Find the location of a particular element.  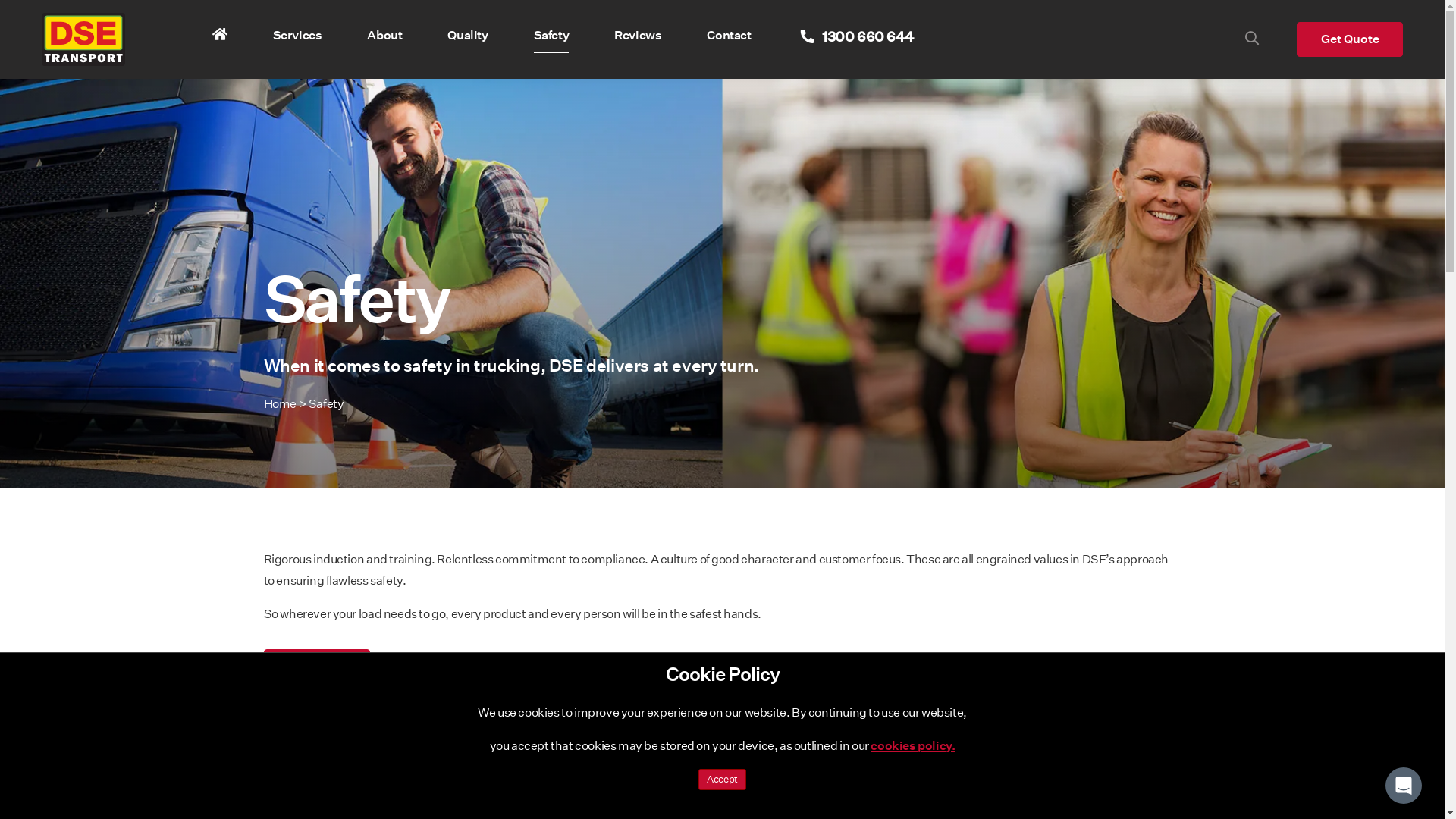

'cookies policy.' is located at coordinates (912, 745).